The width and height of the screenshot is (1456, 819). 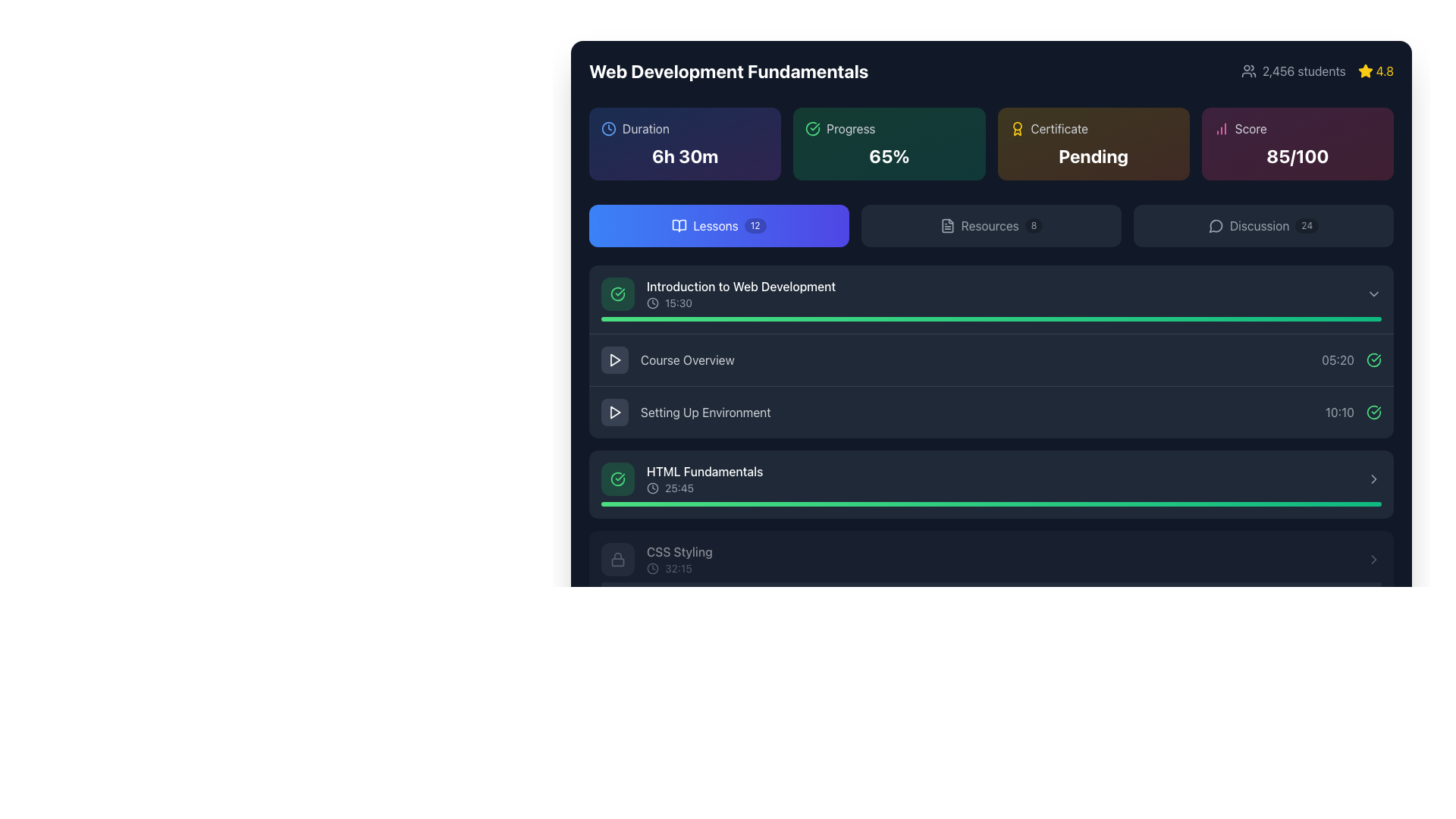 What do you see at coordinates (1093, 127) in the screenshot?
I see `the context from the 'Certificate' label with the award icon located` at bounding box center [1093, 127].